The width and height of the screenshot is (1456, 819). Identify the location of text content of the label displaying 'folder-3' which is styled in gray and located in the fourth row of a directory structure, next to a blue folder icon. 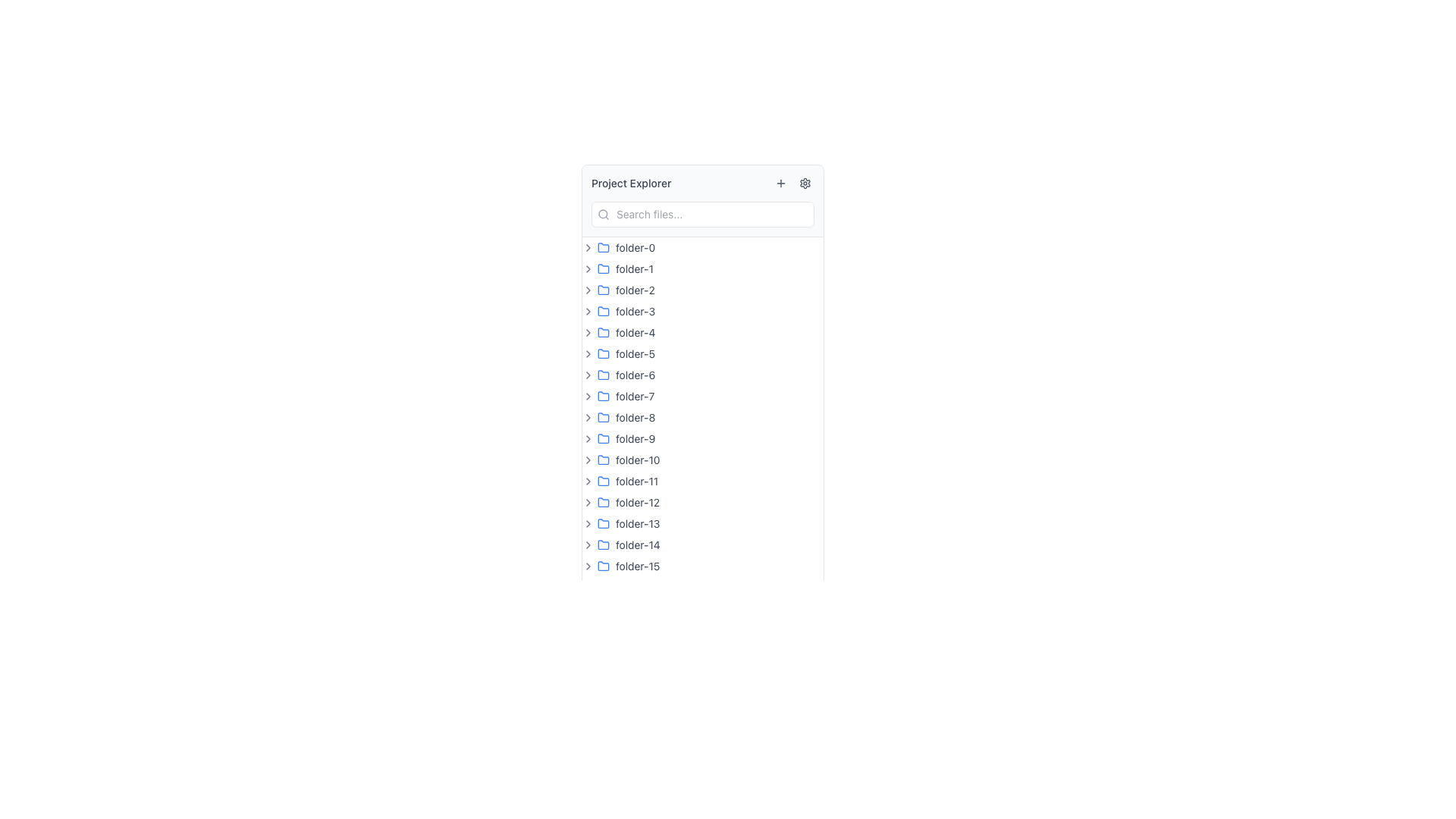
(635, 311).